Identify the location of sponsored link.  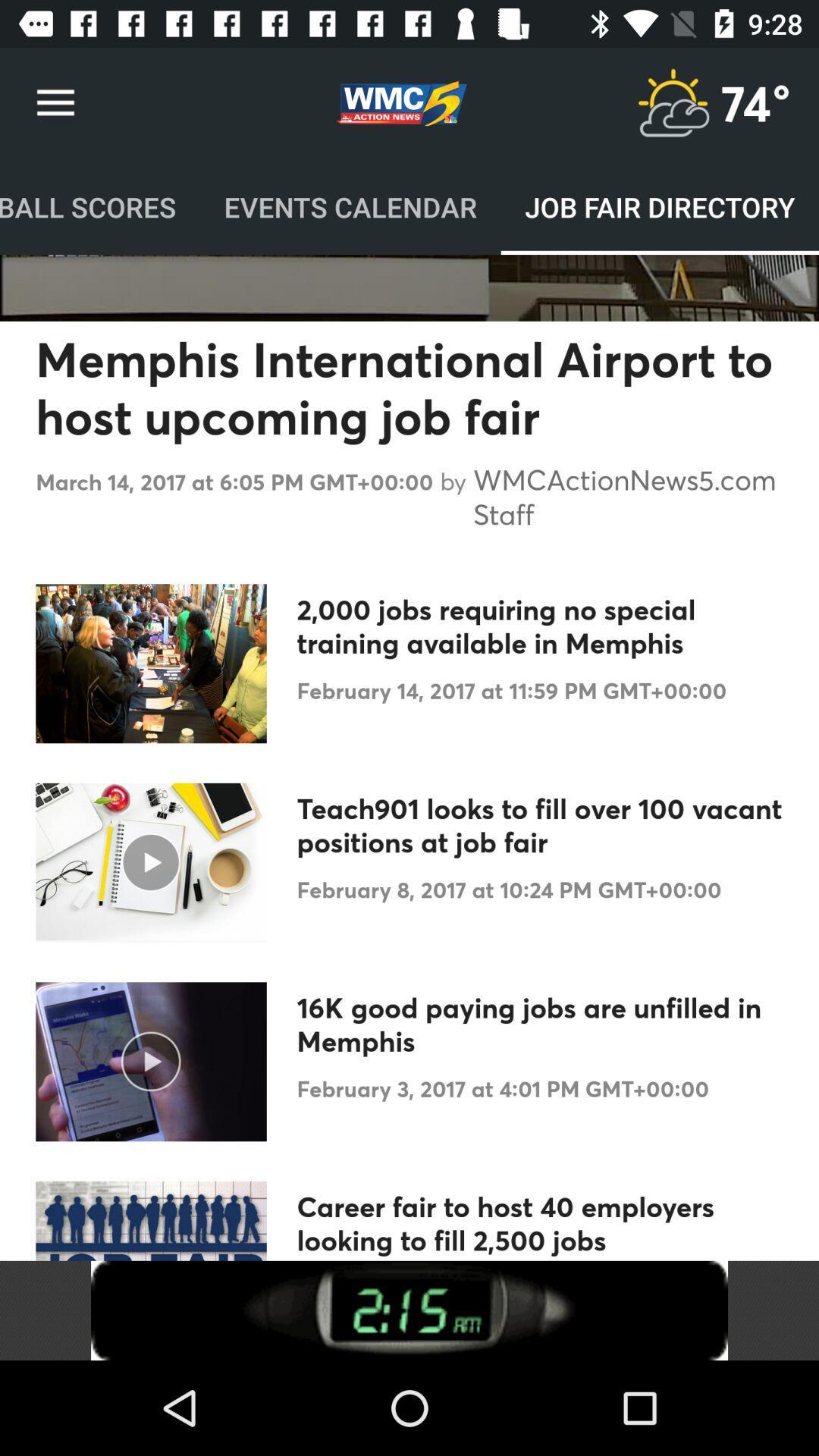
(409, 1310).